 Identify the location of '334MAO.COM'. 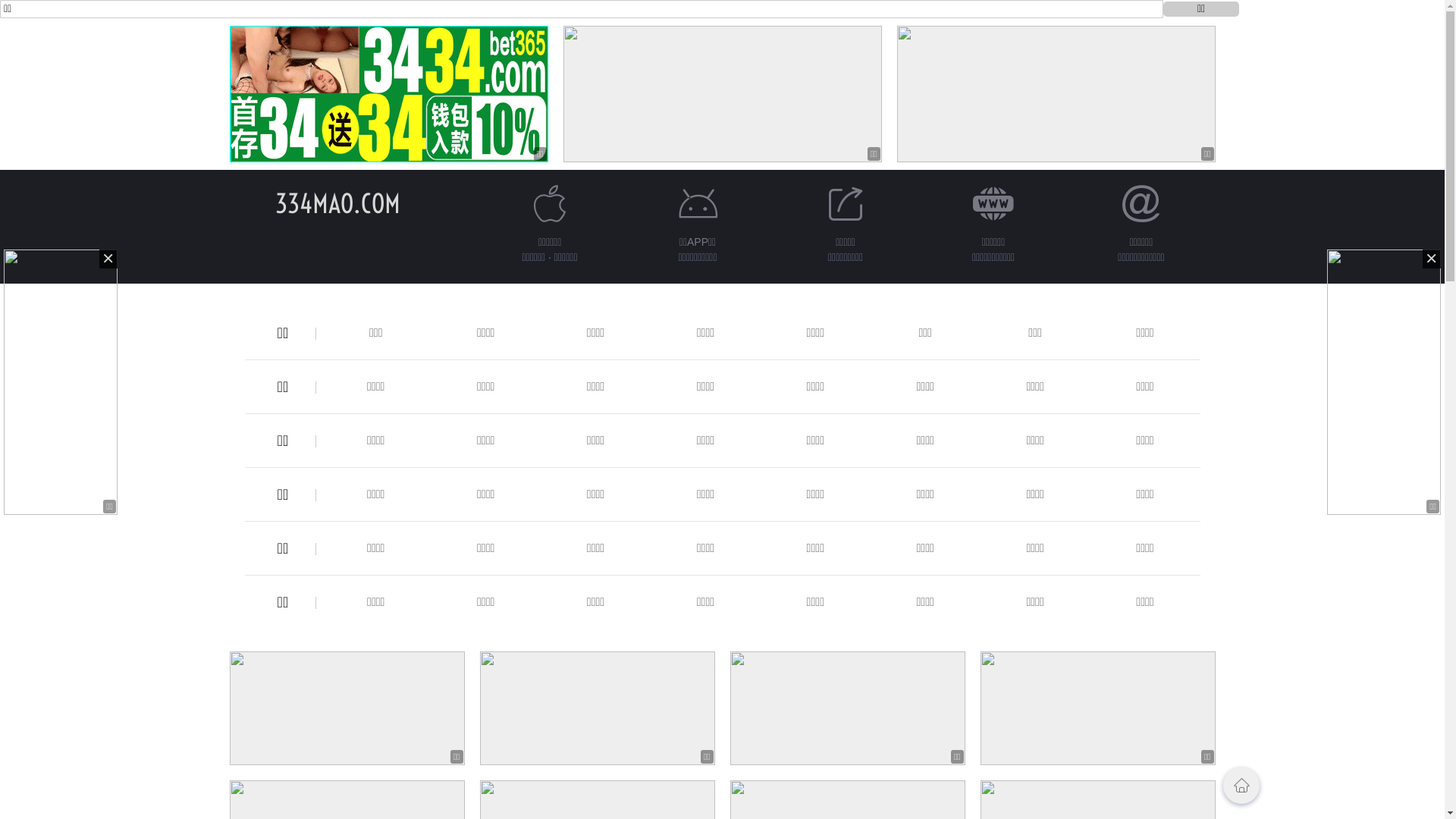
(337, 202).